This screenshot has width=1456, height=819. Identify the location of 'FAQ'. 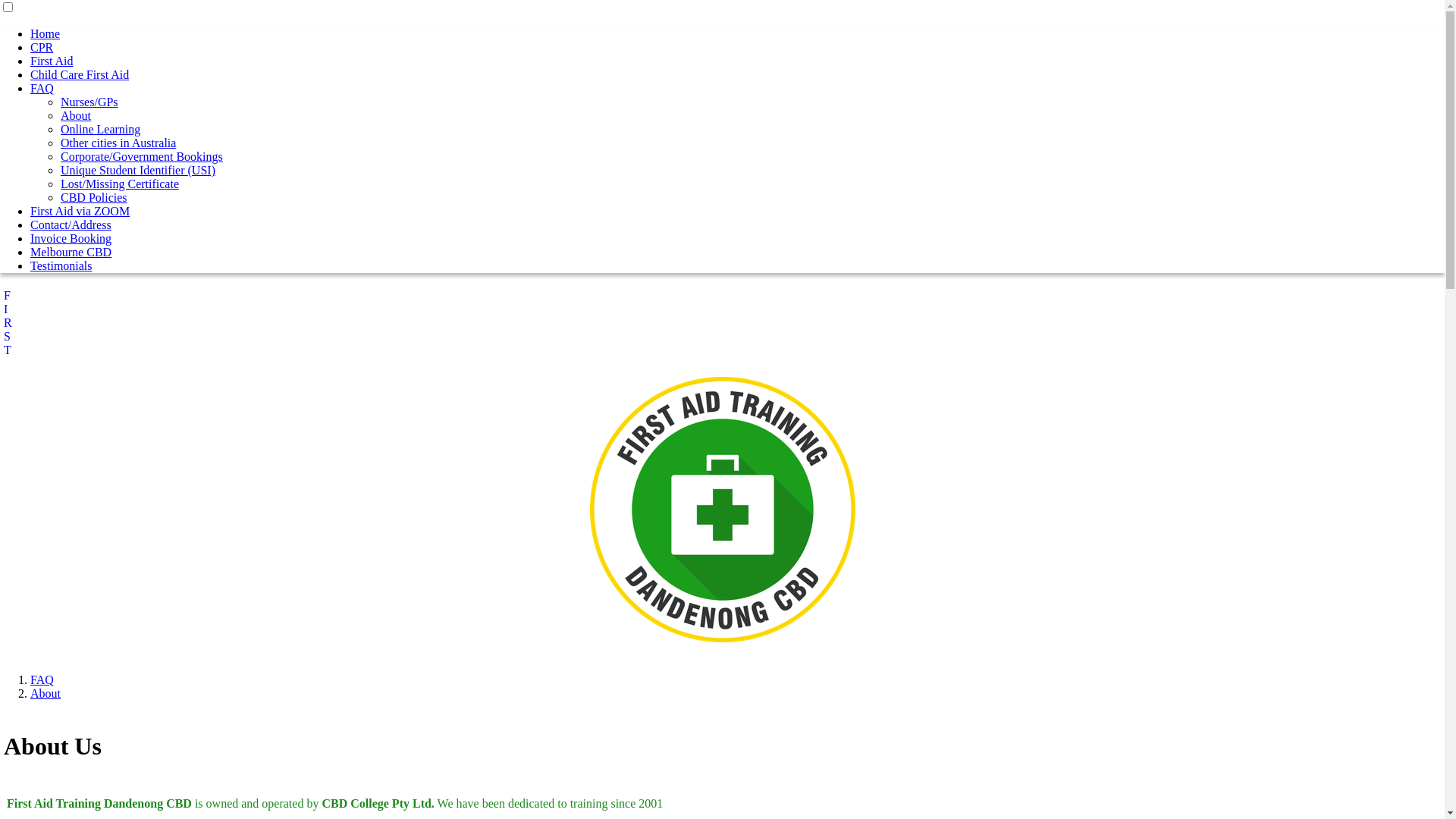
(42, 88).